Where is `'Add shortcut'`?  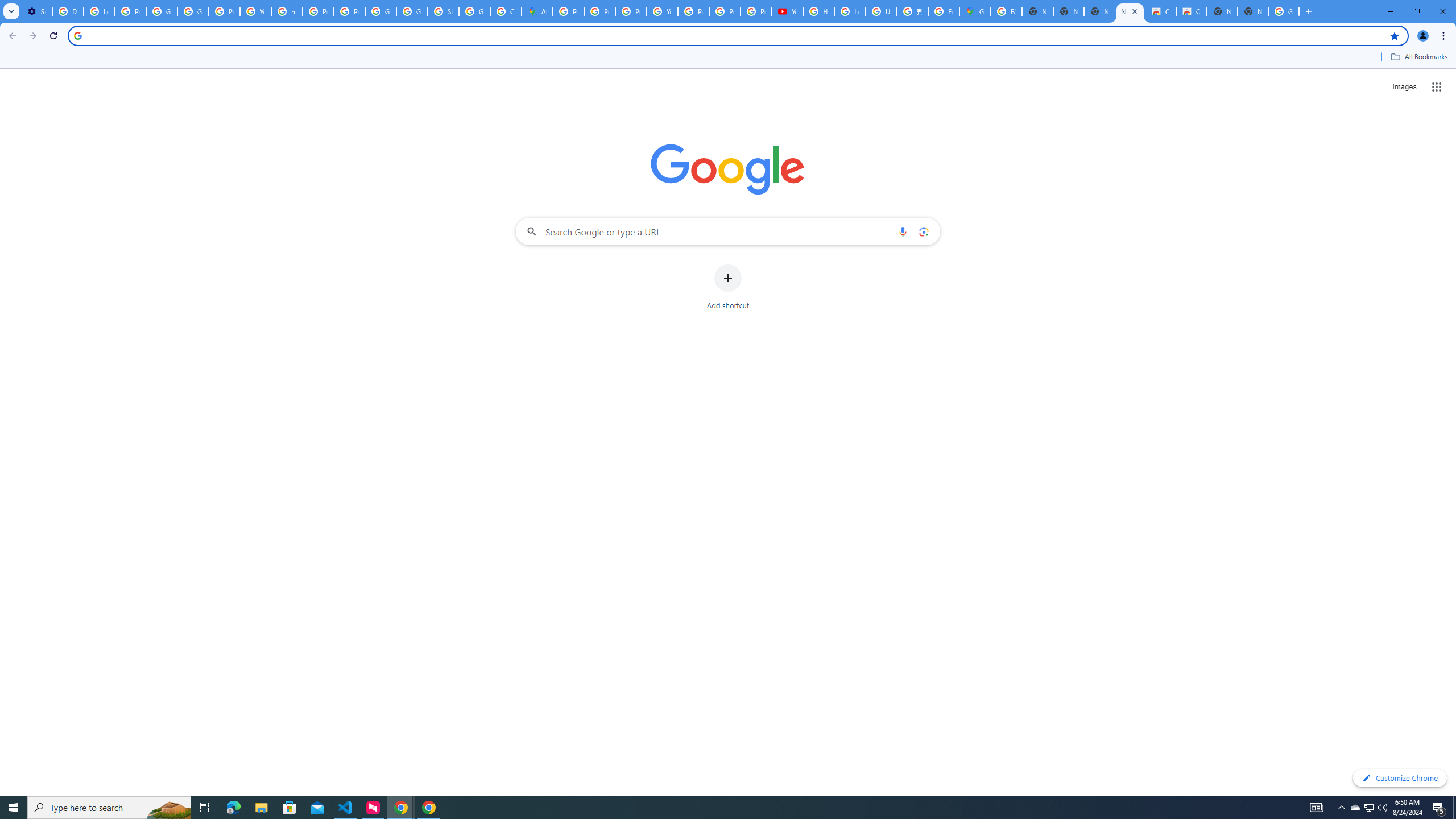 'Add shortcut' is located at coordinates (728, 287).